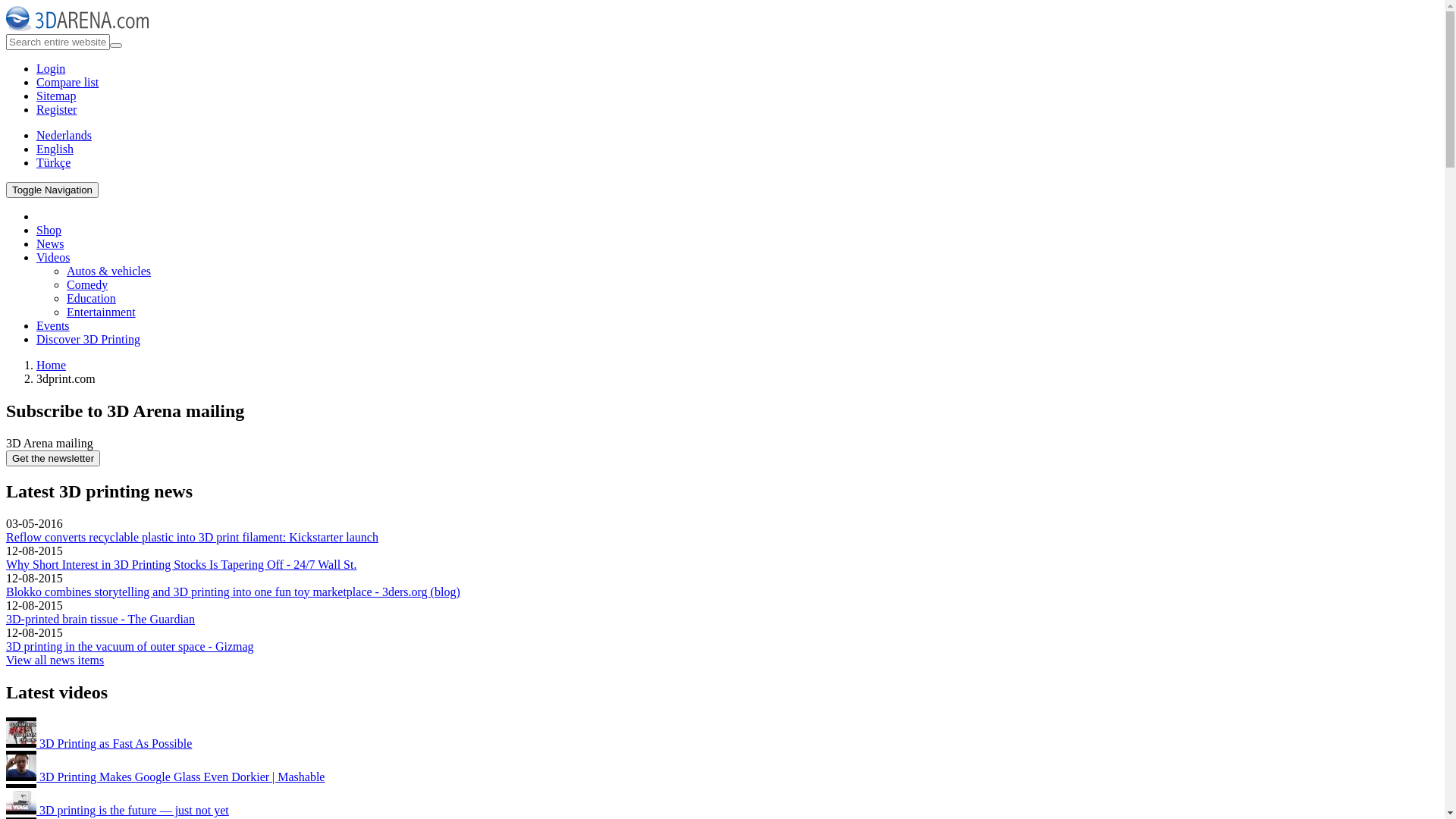 The width and height of the screenshot is (1456, 819). I want to click on 'Comedy', so click(86, 284).